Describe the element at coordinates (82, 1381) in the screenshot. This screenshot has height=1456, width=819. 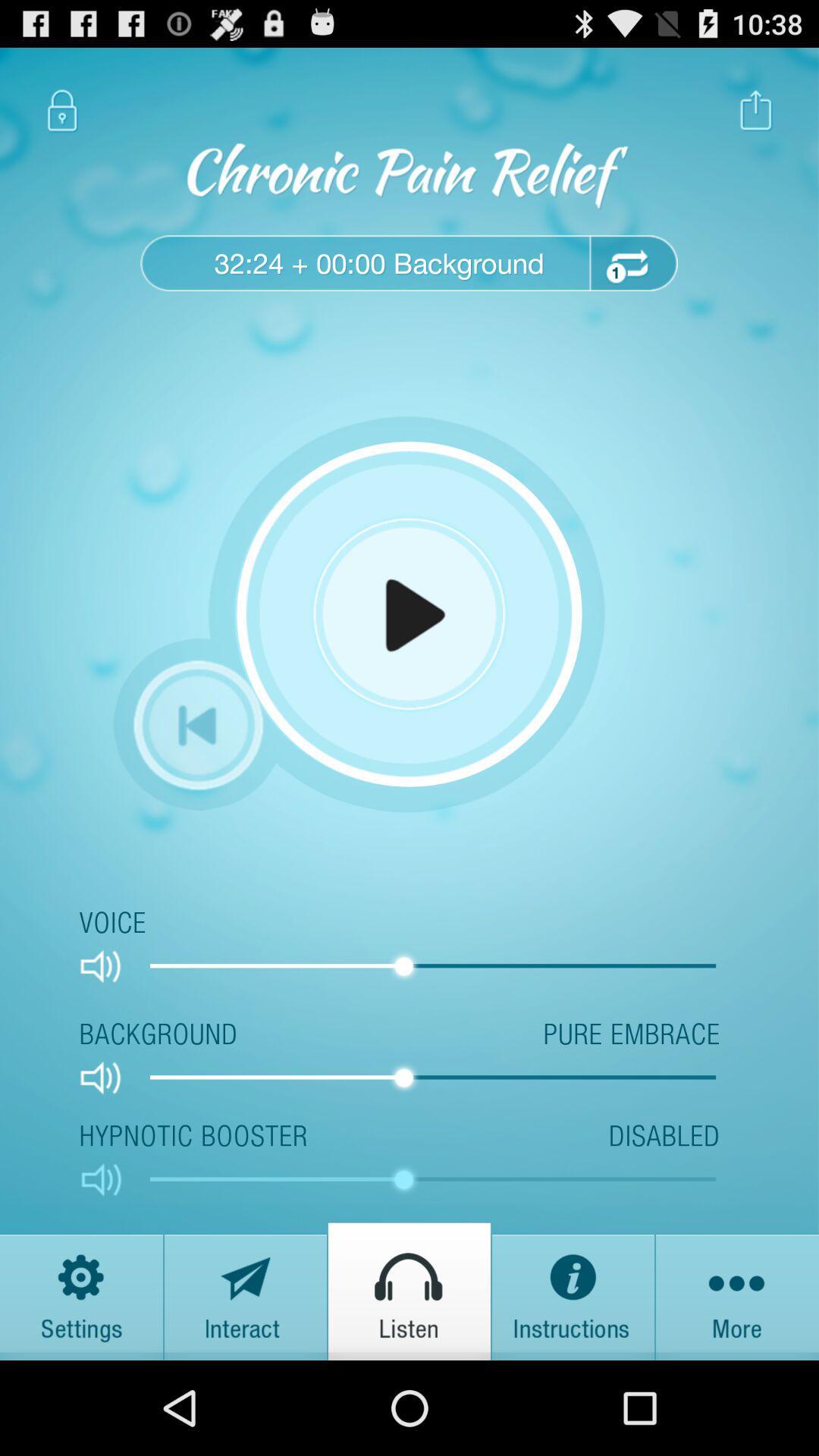
I see `the settings icon` at that location.